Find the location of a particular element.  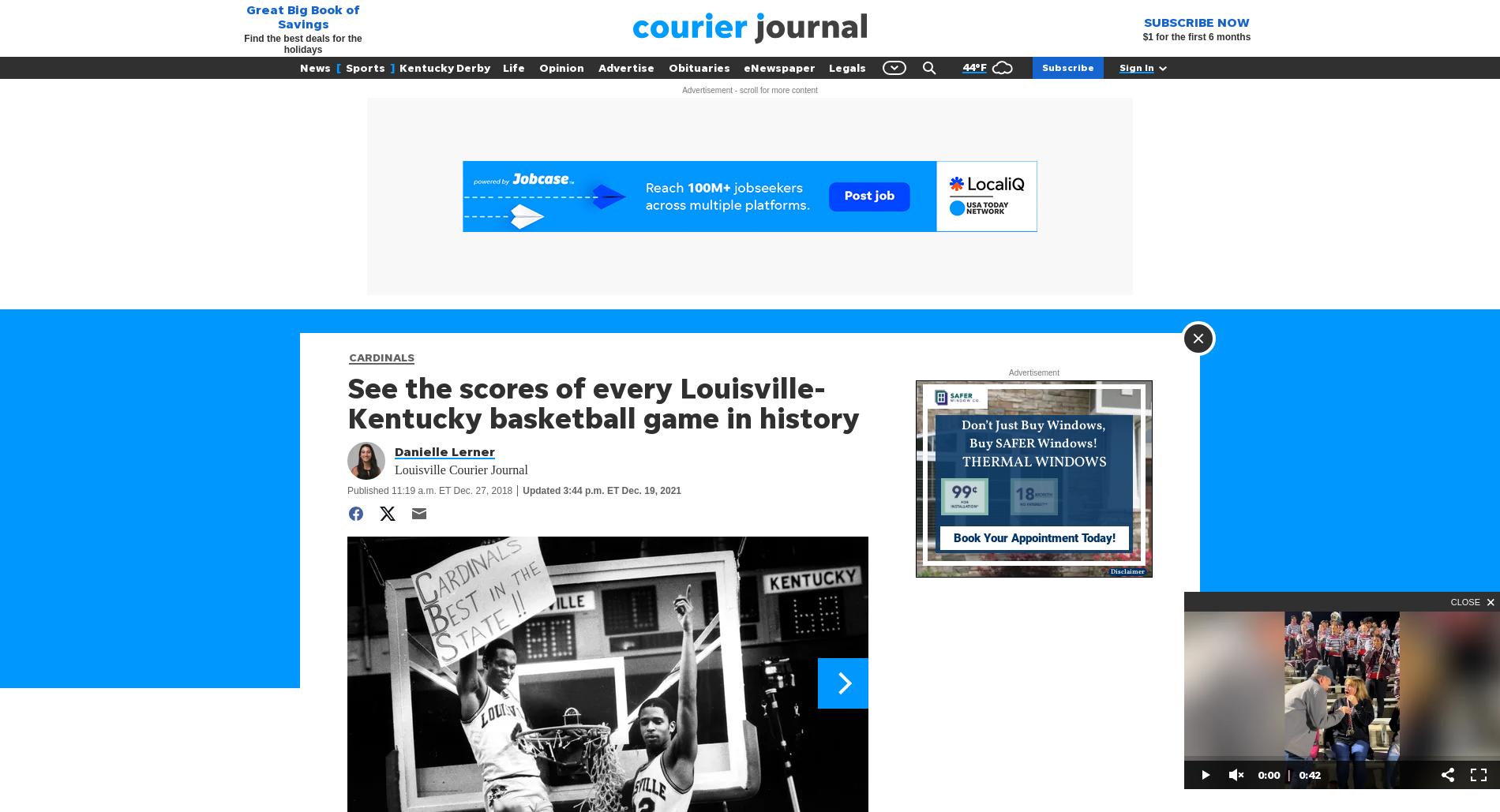

'Opinion' is located at coordinates (561, 66).